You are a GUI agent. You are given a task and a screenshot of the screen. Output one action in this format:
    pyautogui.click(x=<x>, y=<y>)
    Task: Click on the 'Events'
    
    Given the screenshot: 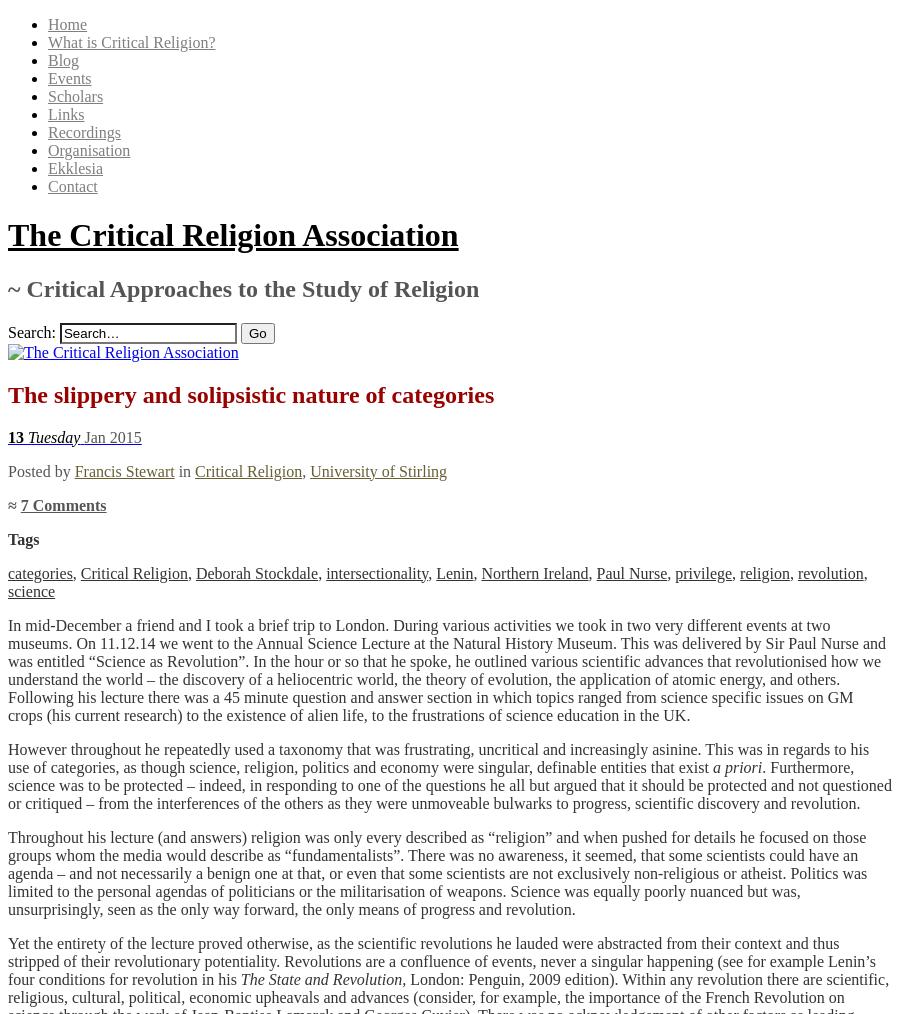 What is the action you would take?
    pyautogui.click(x=68, y=77)
    